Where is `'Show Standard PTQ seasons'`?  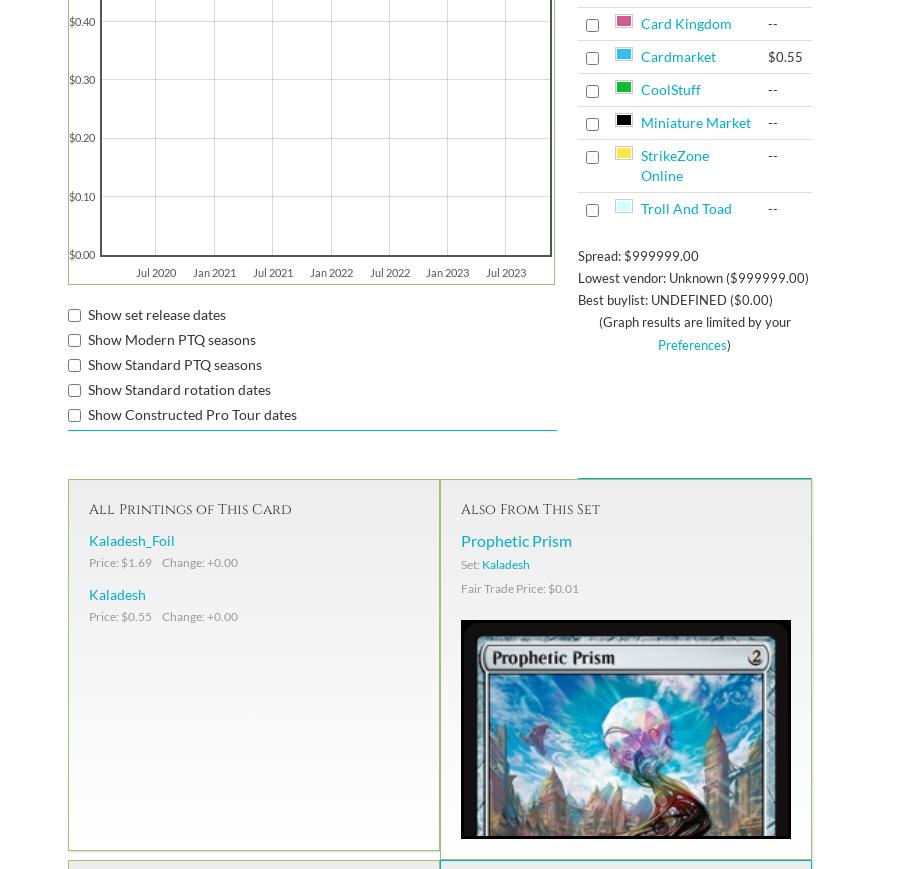
'Show Standard PTQ seasons' is located at coordinates (174, 363).